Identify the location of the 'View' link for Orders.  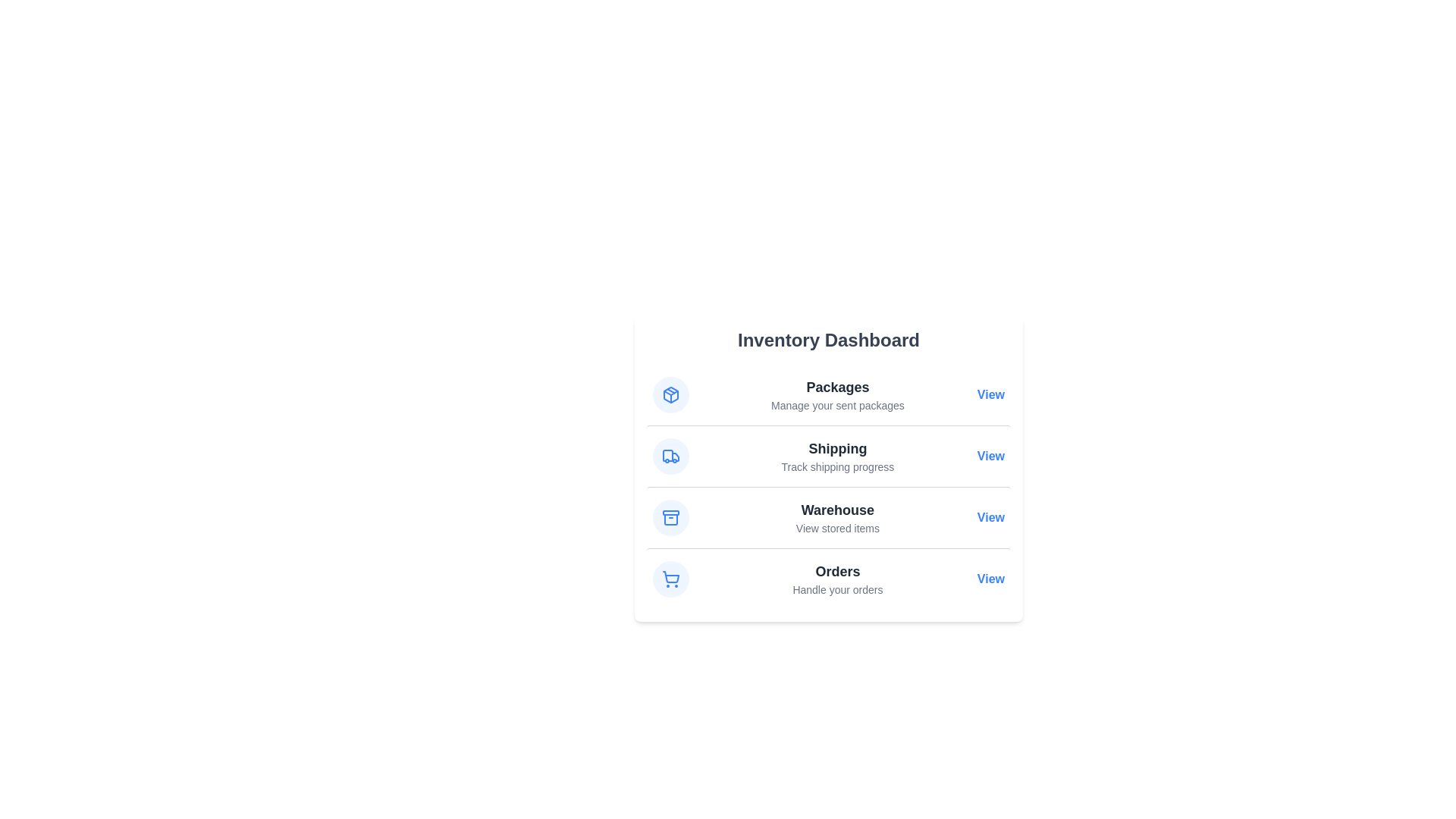
(990, 579).